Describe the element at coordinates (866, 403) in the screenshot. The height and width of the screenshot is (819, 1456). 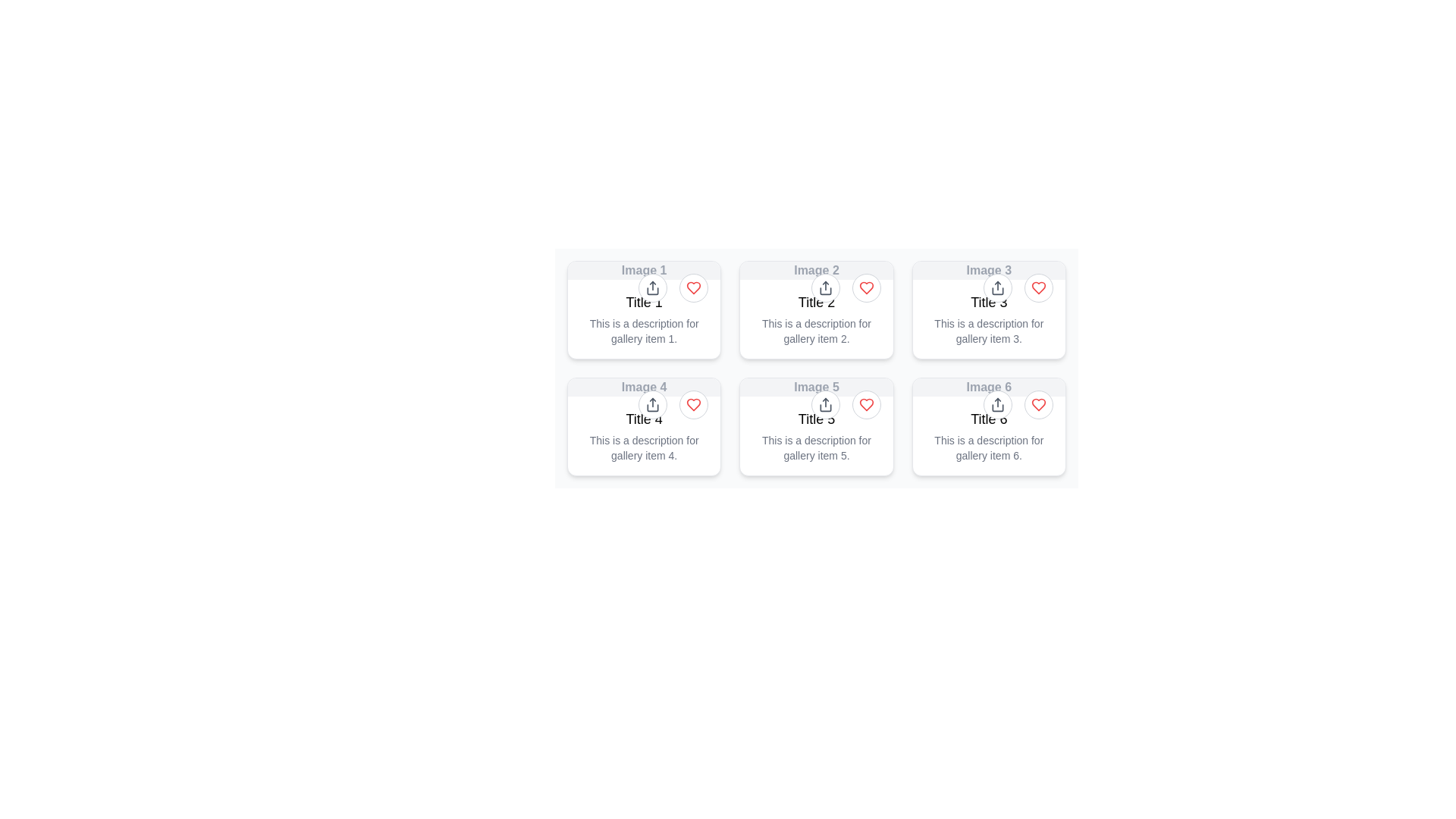
I see `the like button located in the top-right corner of the card labeled 'Title 5'` at that location.